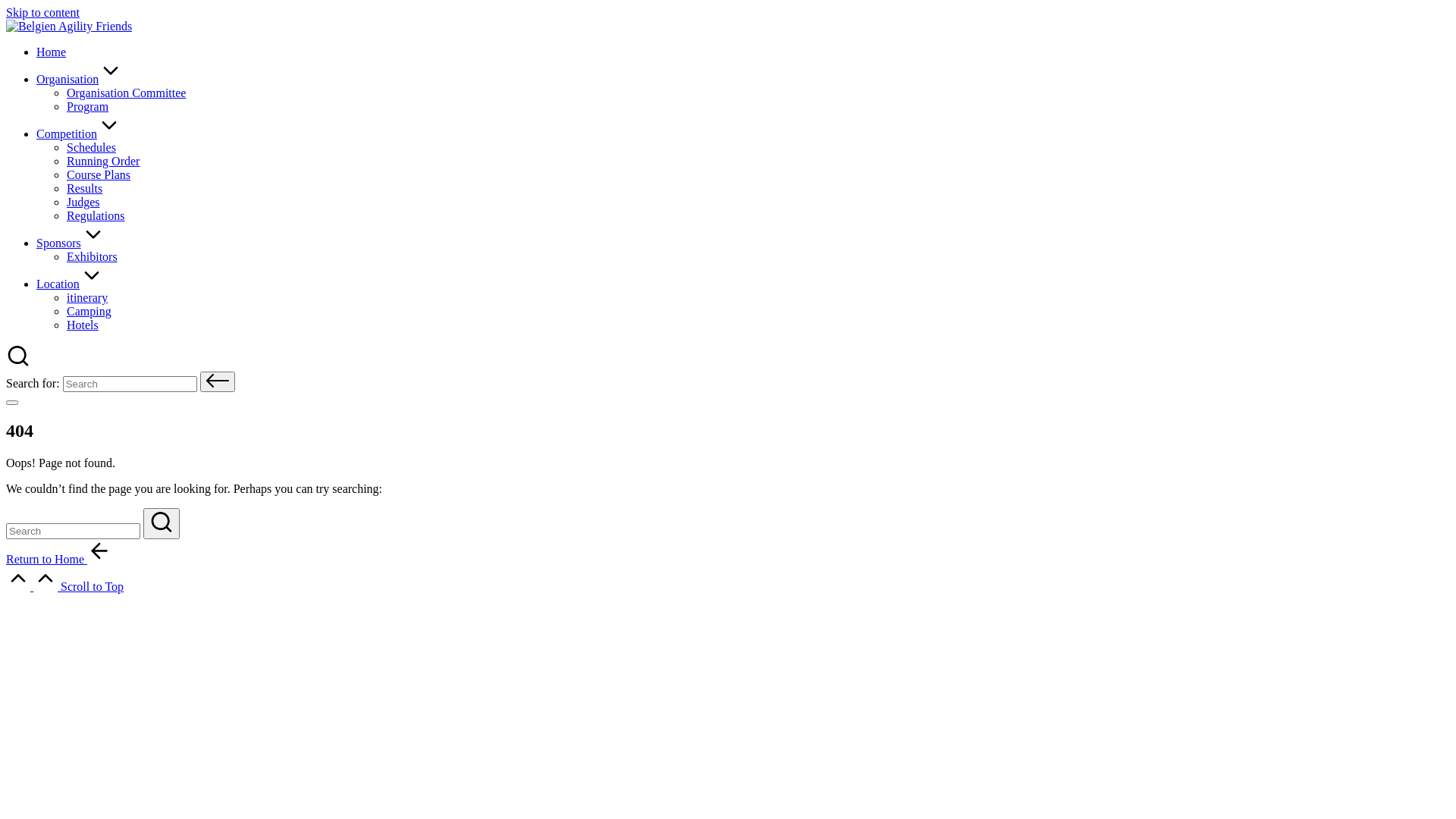 This screenshot has height=819, width=1456. I want to click on 'Results', so click(65, 187).